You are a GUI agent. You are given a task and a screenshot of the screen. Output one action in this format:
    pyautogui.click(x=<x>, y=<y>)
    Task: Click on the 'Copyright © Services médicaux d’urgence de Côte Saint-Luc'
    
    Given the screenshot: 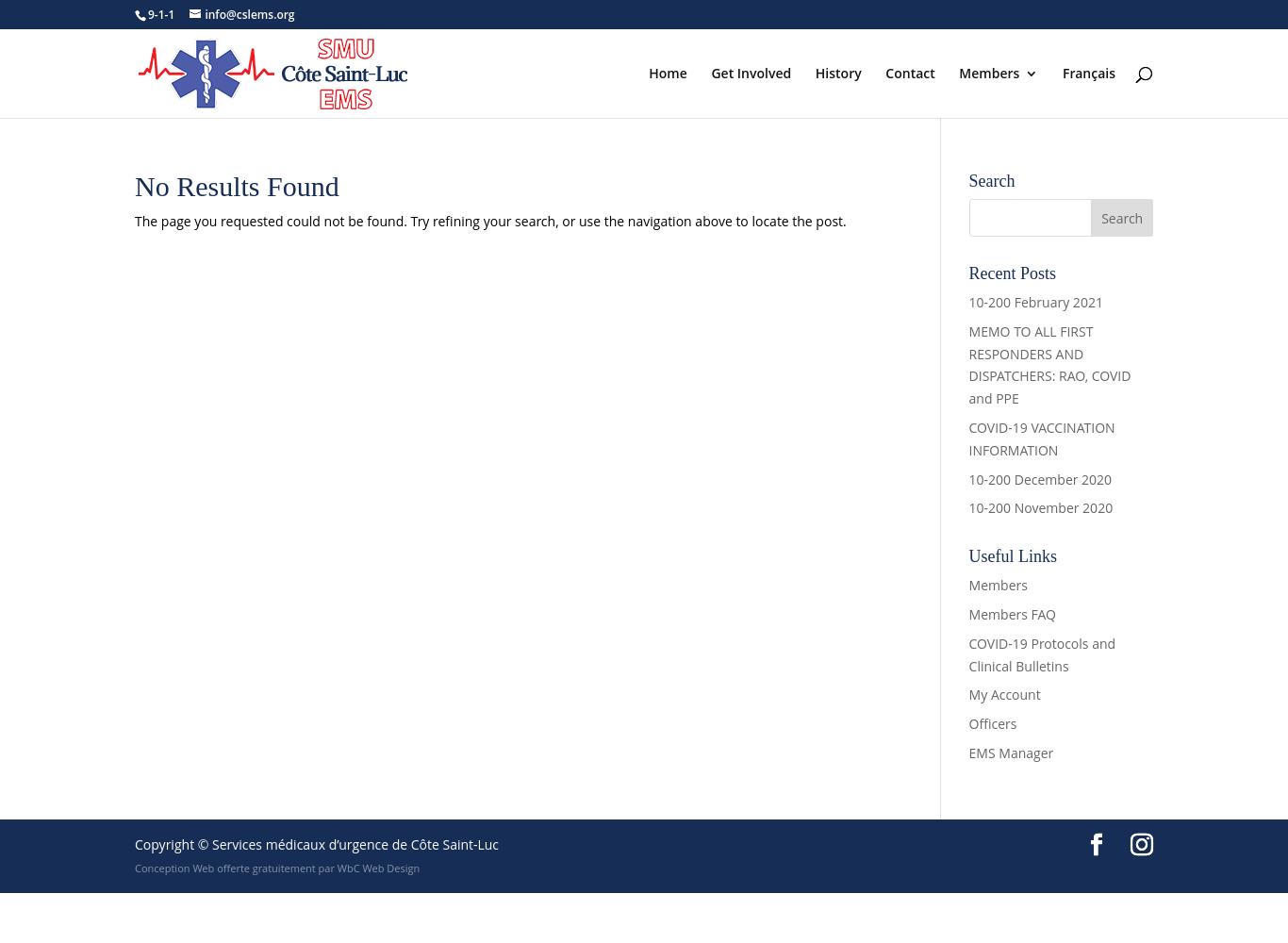 What is the action you would take?
    pyautogui.click(x=317, y=843)
    